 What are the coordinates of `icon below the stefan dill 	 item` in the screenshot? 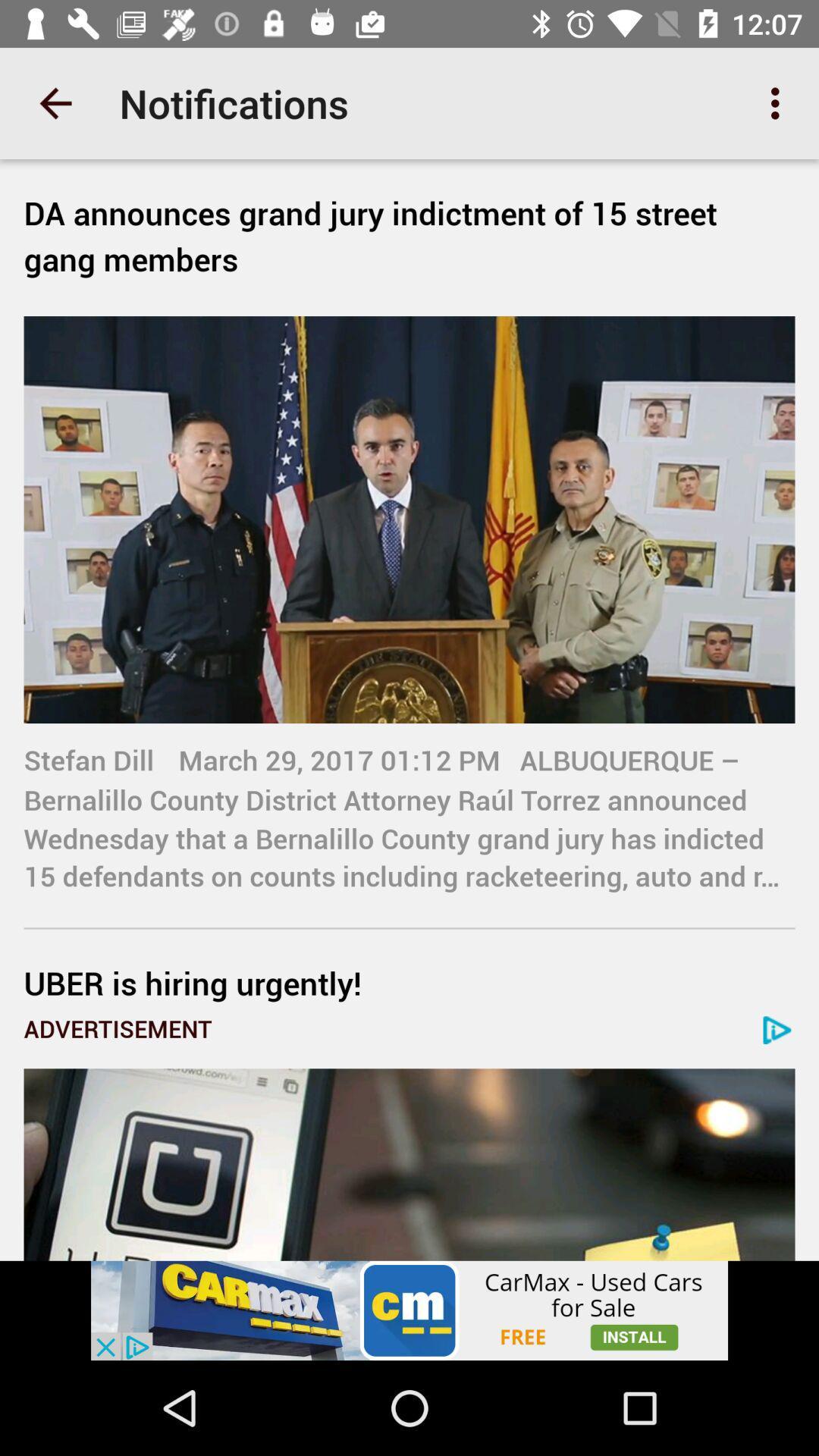 It's located at (409, 983).